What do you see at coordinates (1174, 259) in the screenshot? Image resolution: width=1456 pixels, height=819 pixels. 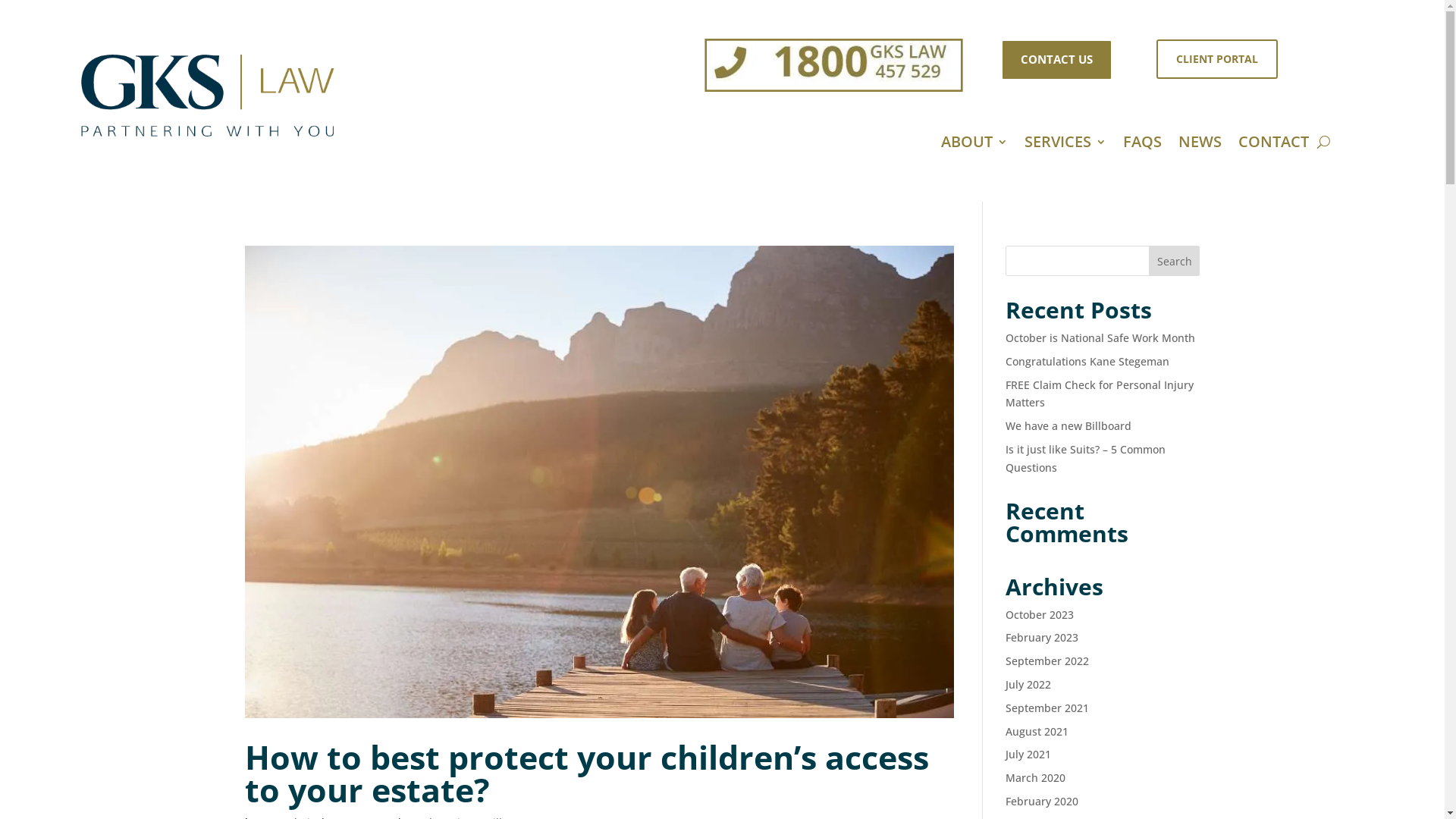 I see `'Search'` at bounding box center [1174, 259].